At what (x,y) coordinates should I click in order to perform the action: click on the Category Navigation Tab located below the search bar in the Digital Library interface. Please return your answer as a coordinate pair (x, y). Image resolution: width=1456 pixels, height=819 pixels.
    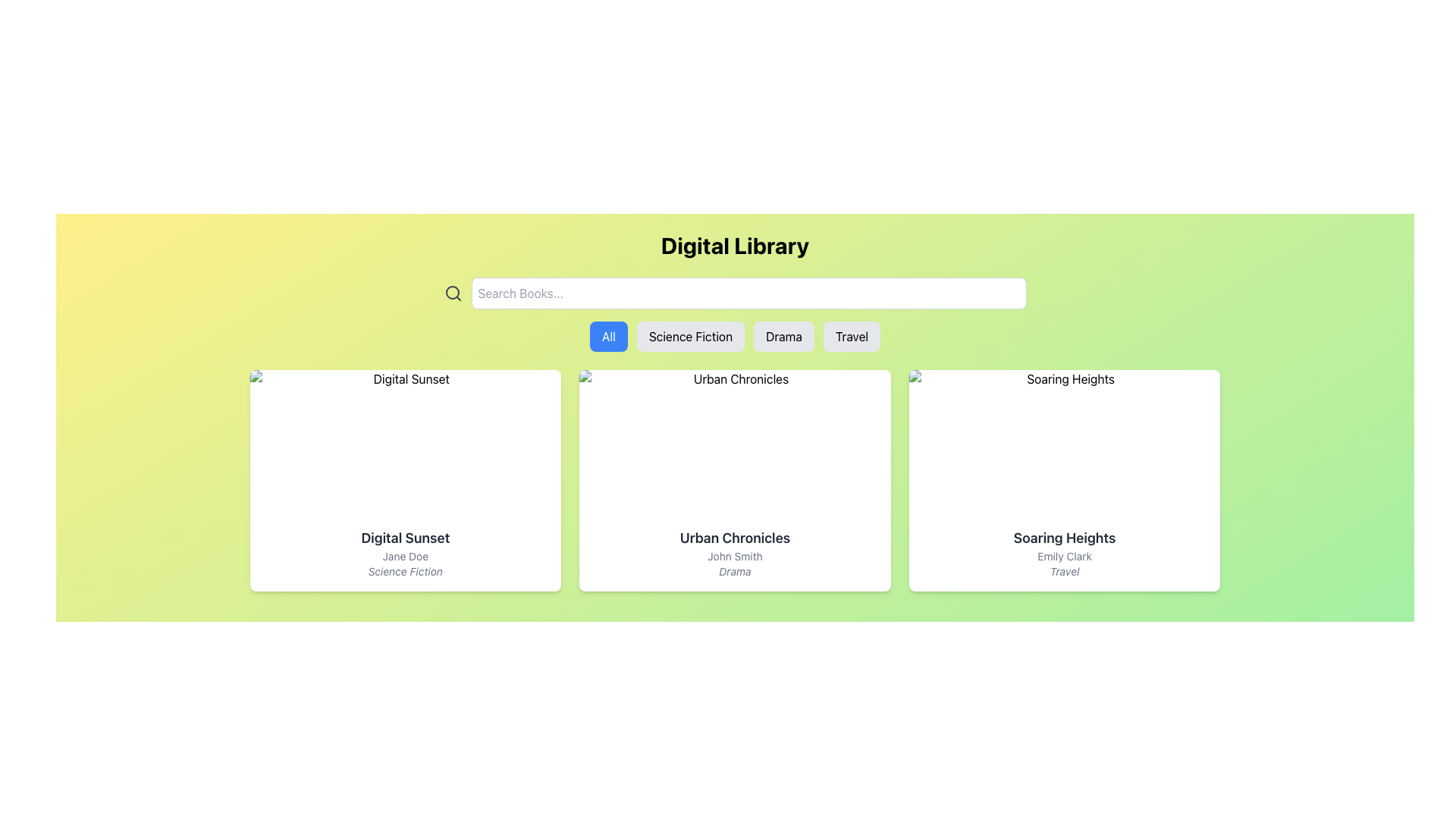
    Looking at the image, I should click on (735, 335).